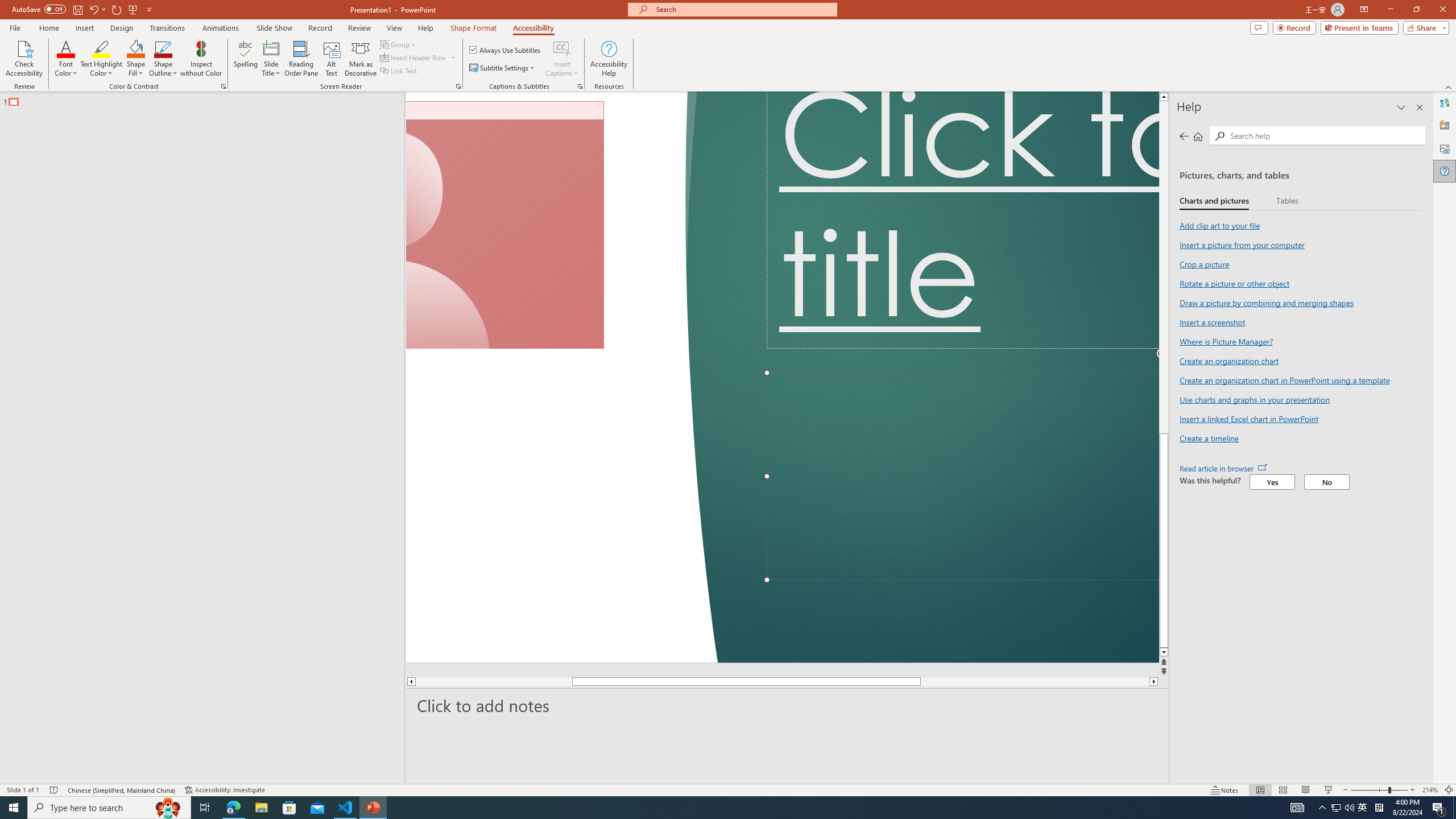 The image size is (1456, 819). Describe the element at coordinates (458, 85) in the screenshot. I see `'Screen Reader'` at that location.